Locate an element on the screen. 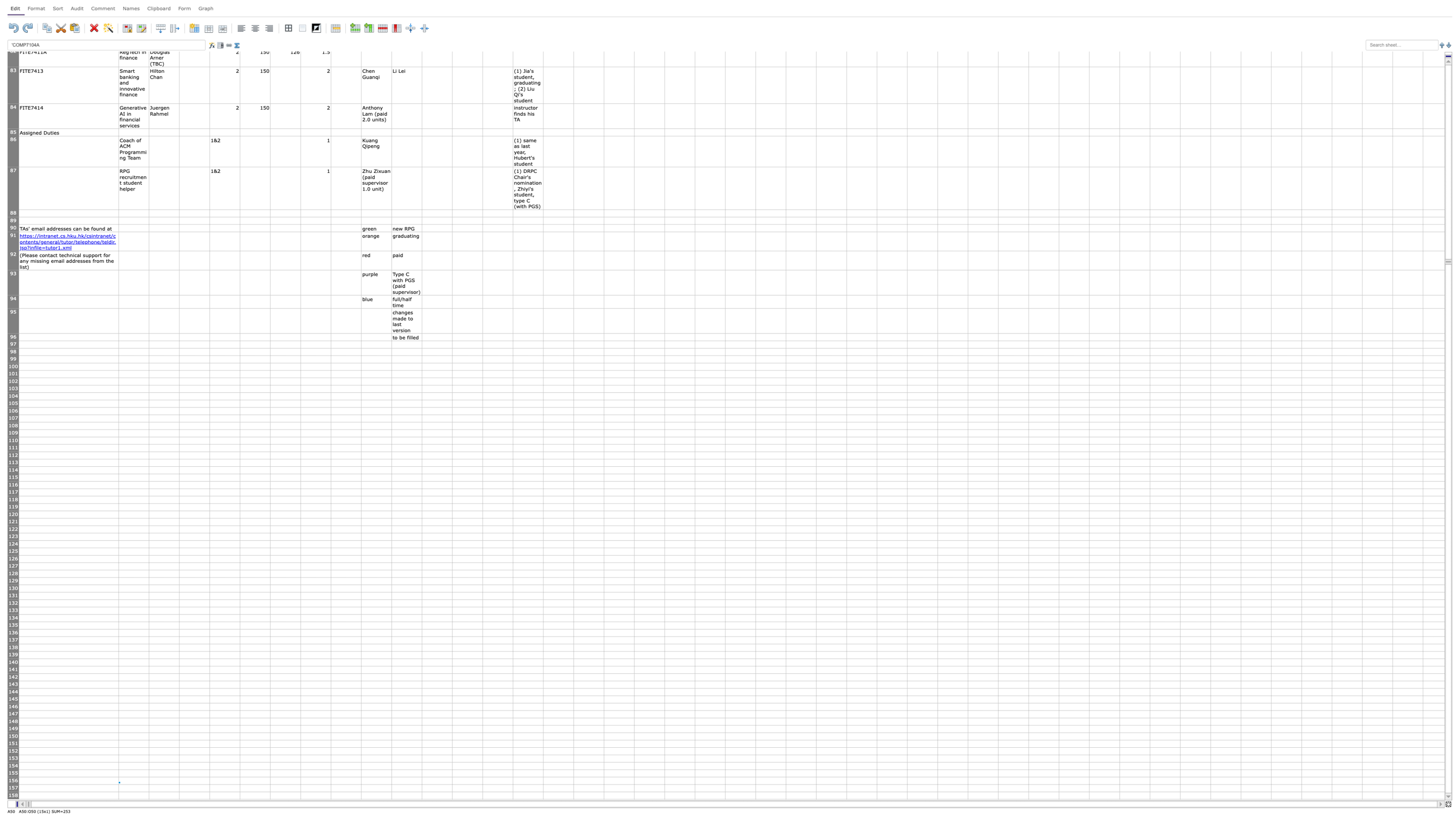 The image size is (1456, 819). entire row 154 is located at coordinates (13, 766).